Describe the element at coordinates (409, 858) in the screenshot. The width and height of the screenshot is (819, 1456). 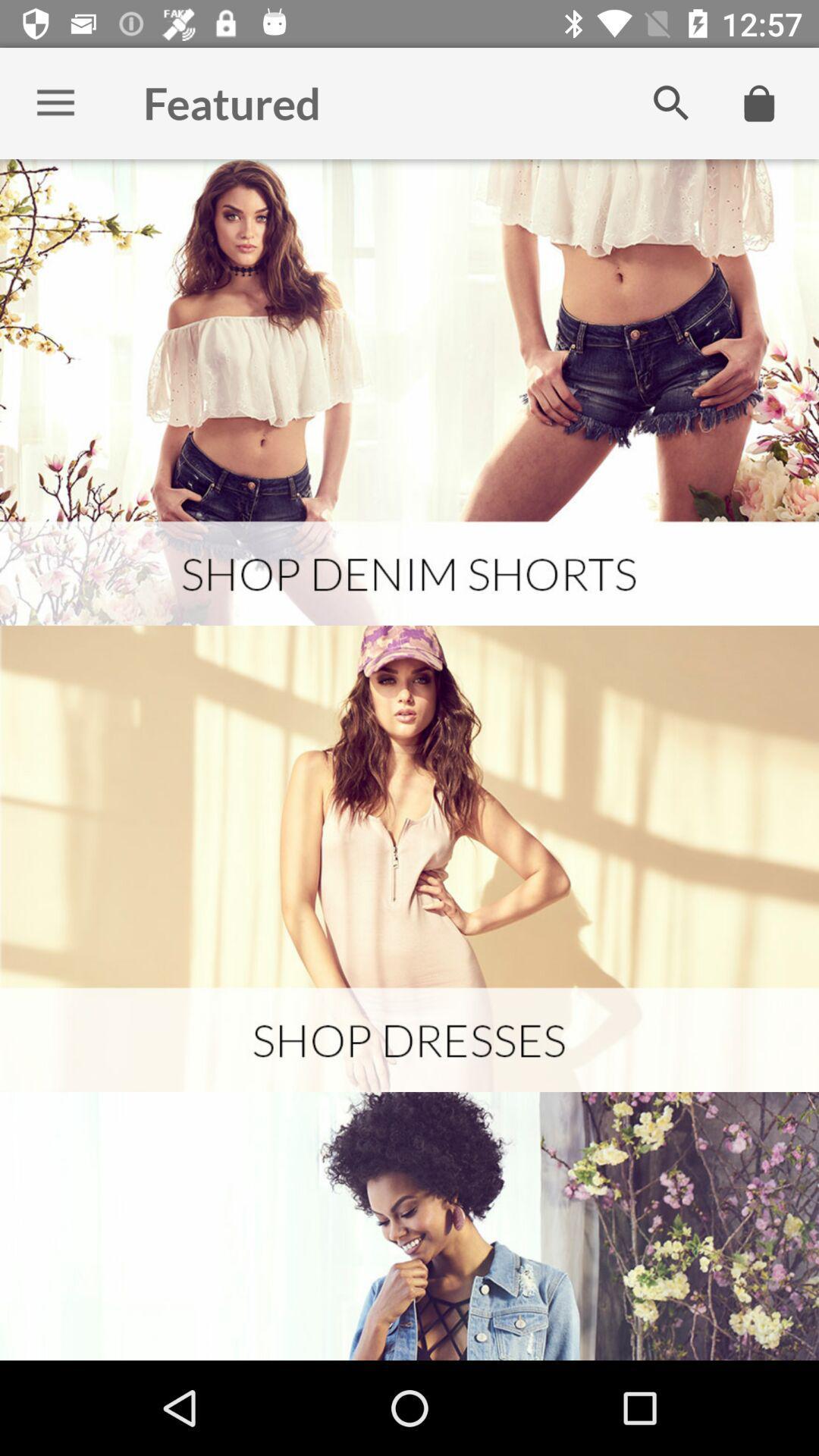
I see `see shop dresses` at that location.